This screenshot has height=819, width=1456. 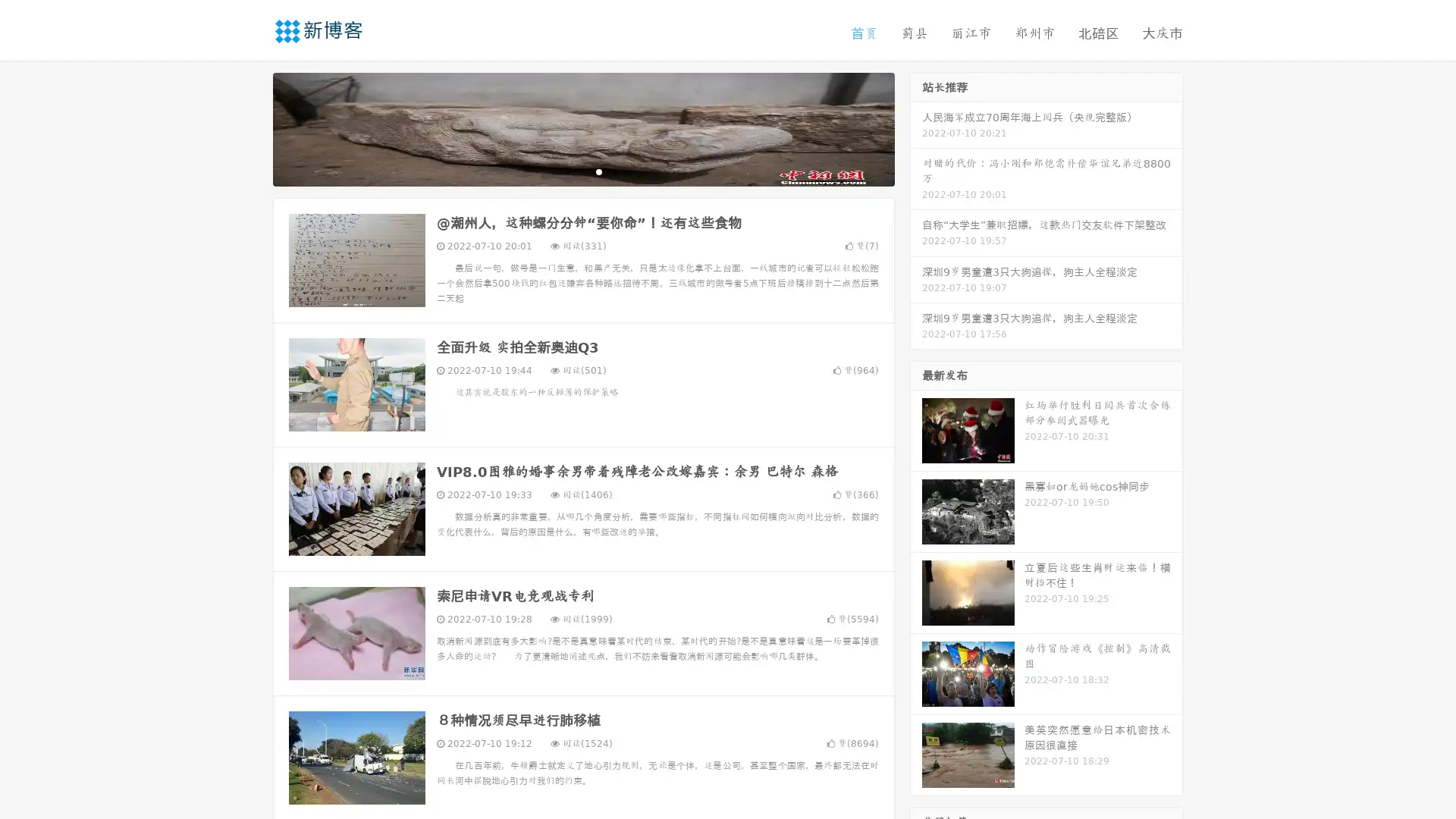 What do you see at coordinates (916, 127) in the screenshot?
I see `Next slide` at bounding box center [916, 127].